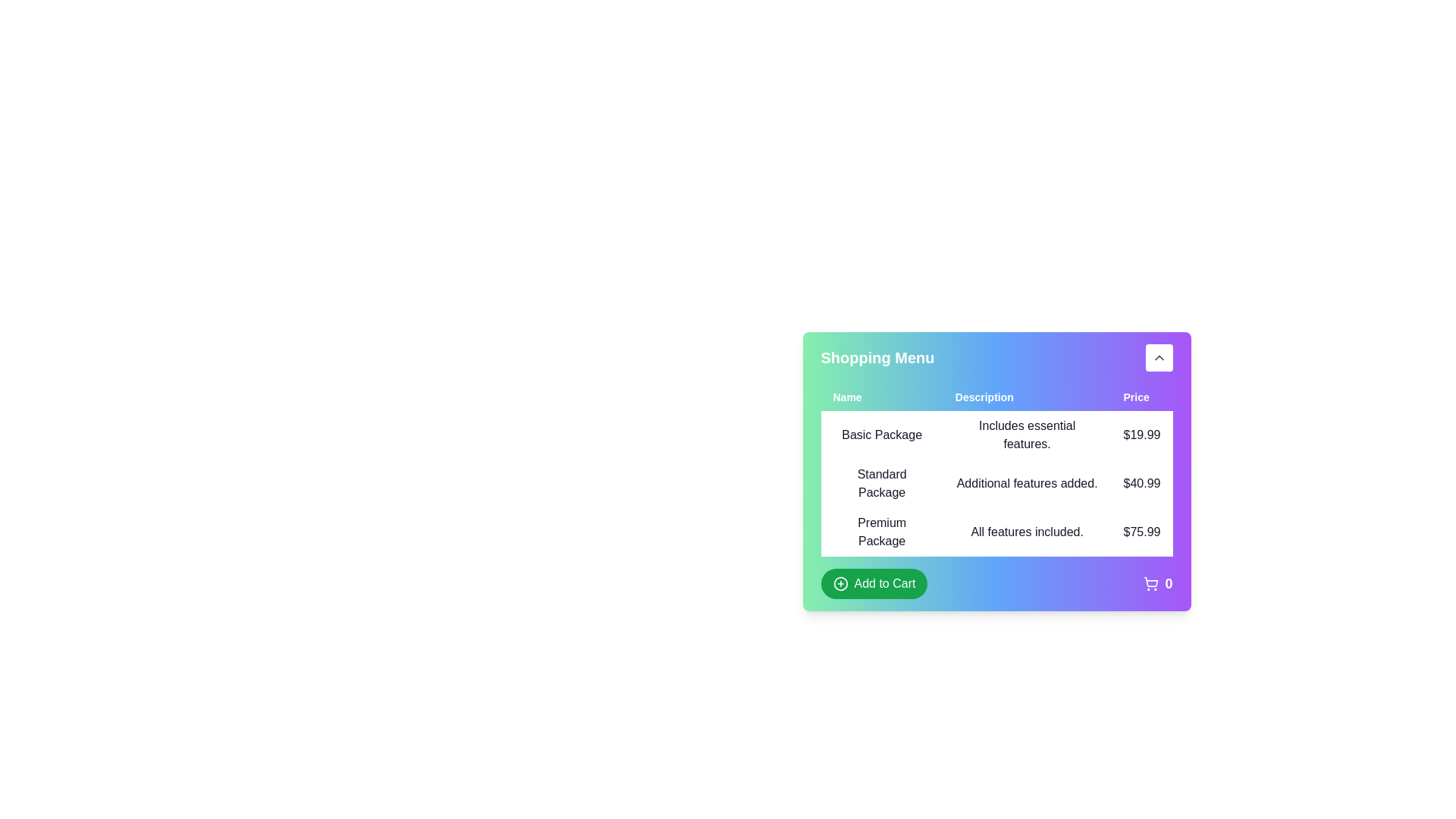 The image size is (1456, 819). Describe the element at coordinates (1027, 435) in the screenshot. I see `the text label that contains the phrase 'Includes essential features.' positioned in the second column of the package pricing table under the 'Description' heading` at that location.